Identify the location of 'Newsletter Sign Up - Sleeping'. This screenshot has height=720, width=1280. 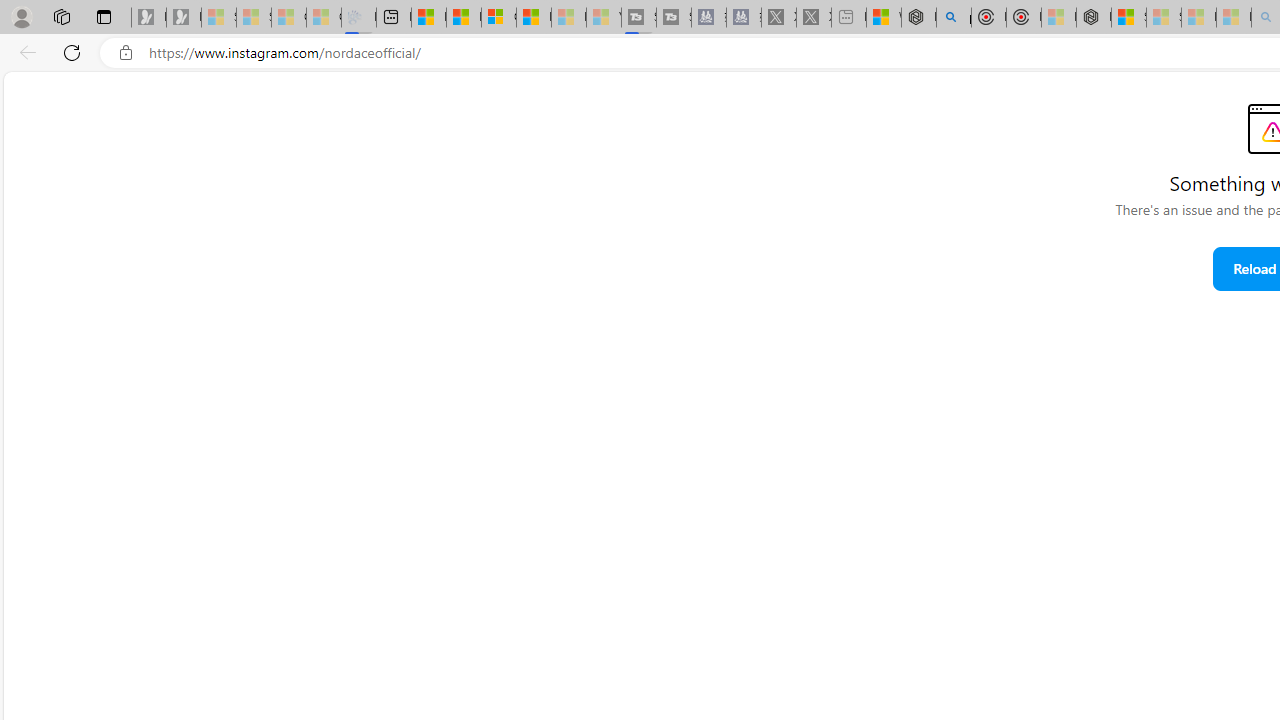
(183, 17).